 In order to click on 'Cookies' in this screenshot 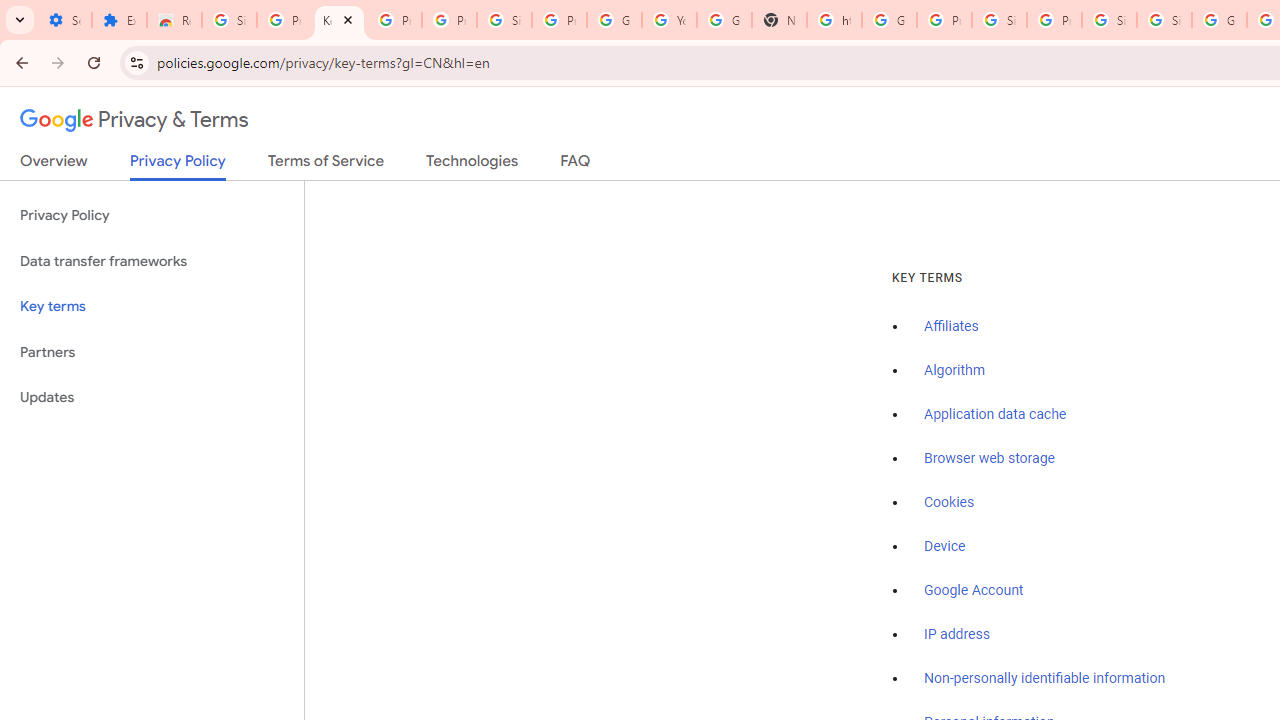, I will do `click(948, 501)`.